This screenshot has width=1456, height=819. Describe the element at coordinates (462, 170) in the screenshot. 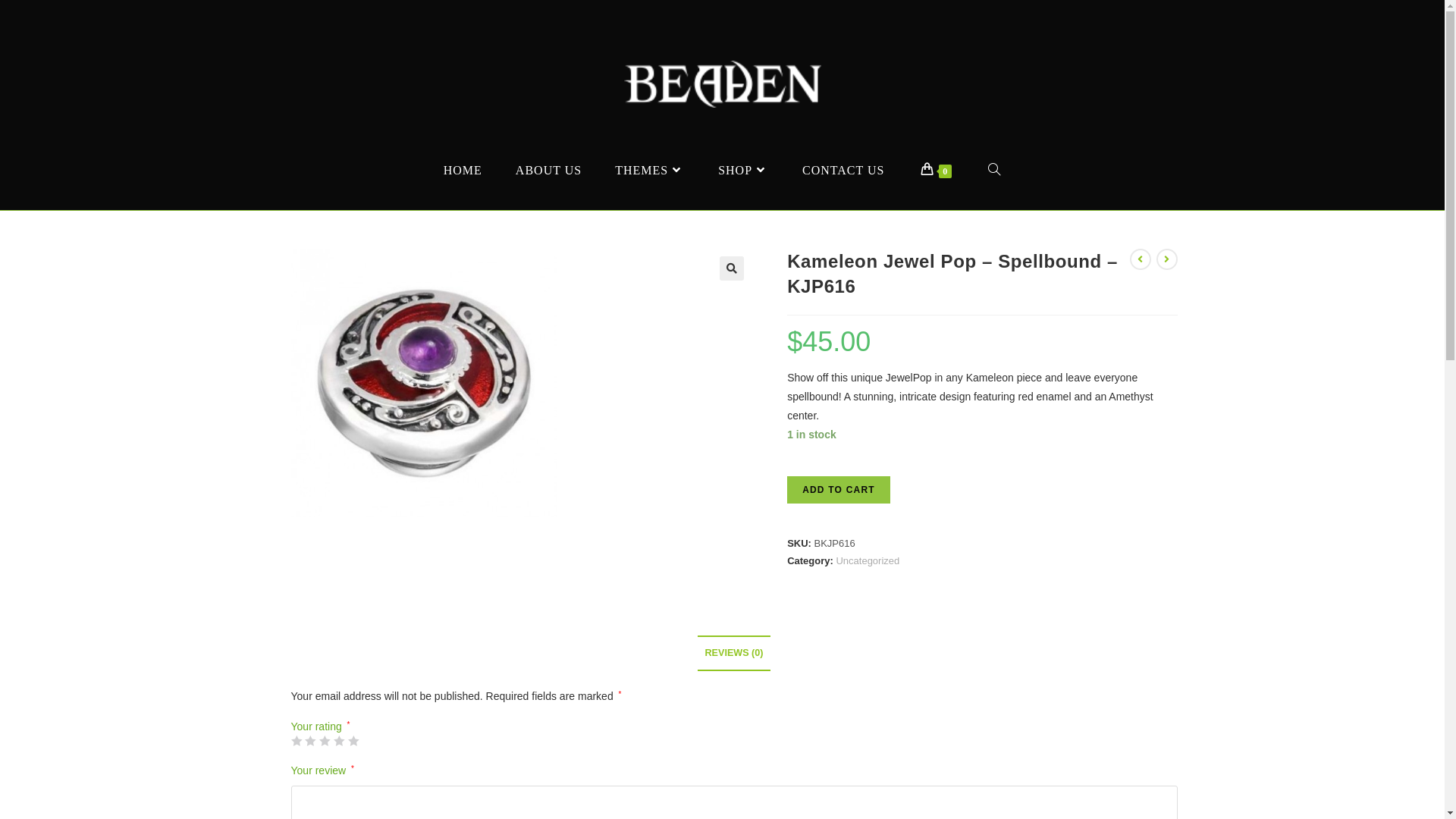

I see `'HOME'` at that location.